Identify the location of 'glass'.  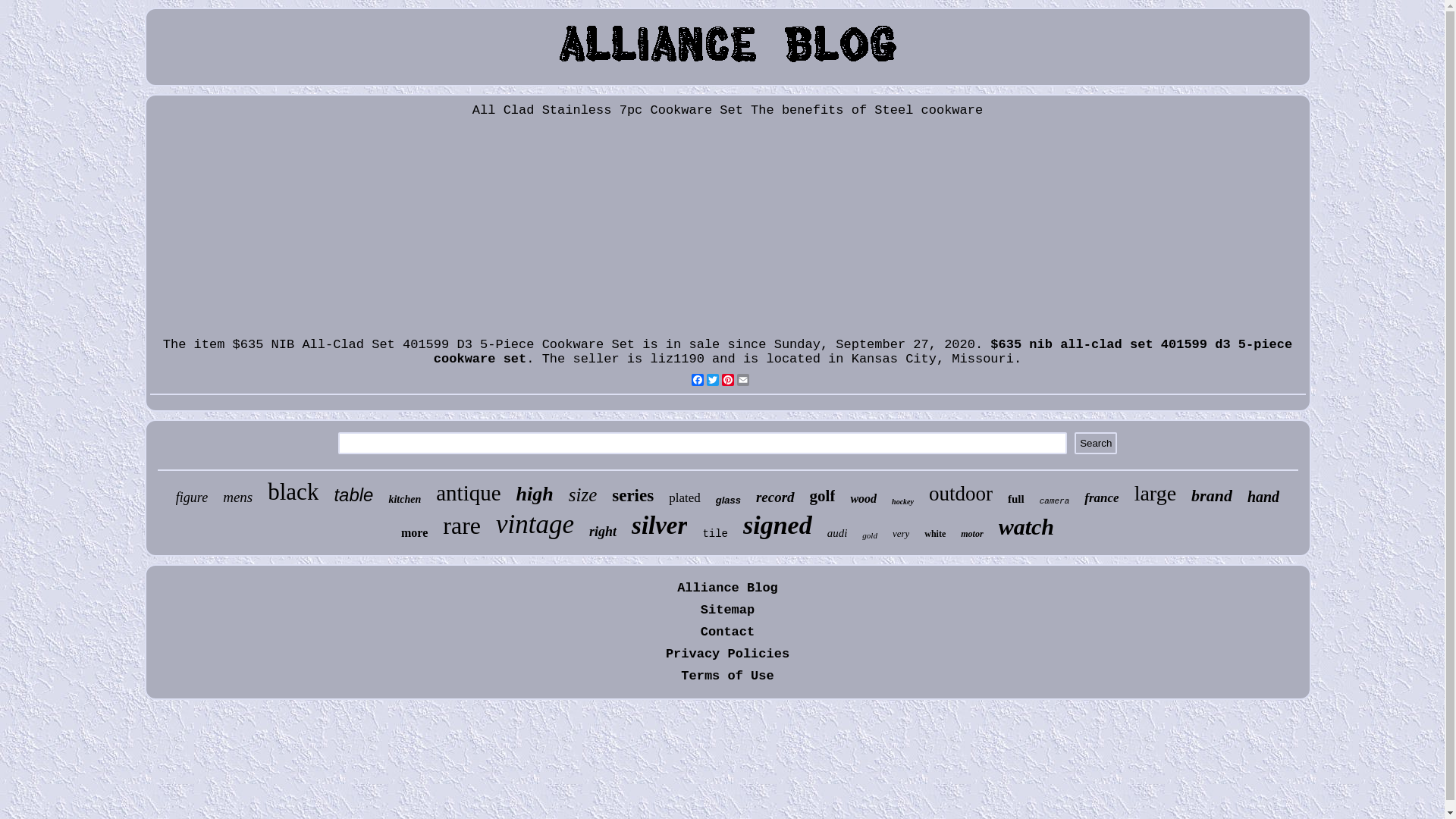
(728, 500).